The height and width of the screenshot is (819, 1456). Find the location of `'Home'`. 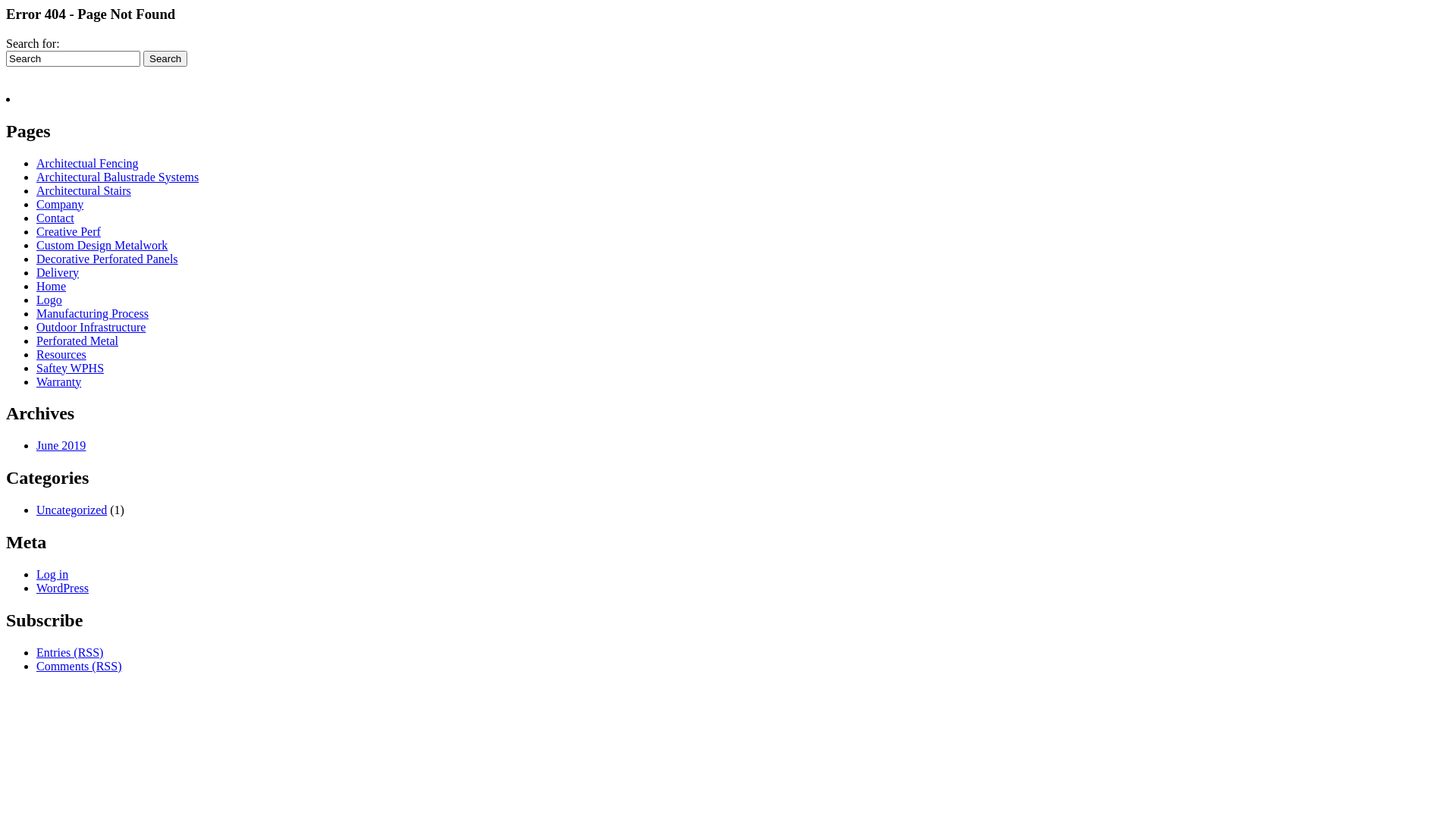

'Home' is located at coordinates (51, 286).